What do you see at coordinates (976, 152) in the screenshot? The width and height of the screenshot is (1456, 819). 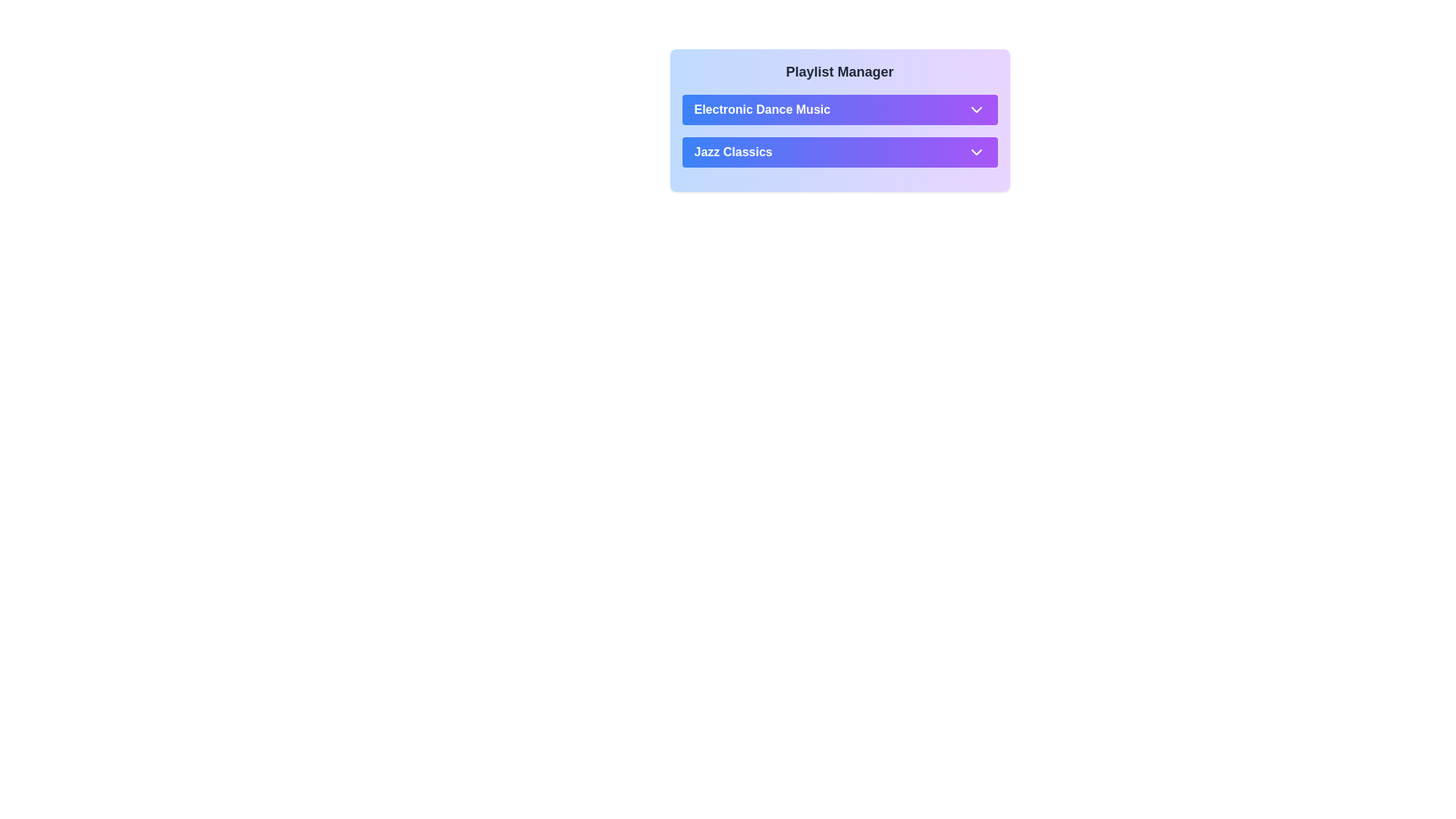 I see `the downward-pointing chevron icon, which is the dropdown indicator for the 'Jazz Classics' playlist` at bounding box center [976, 152].